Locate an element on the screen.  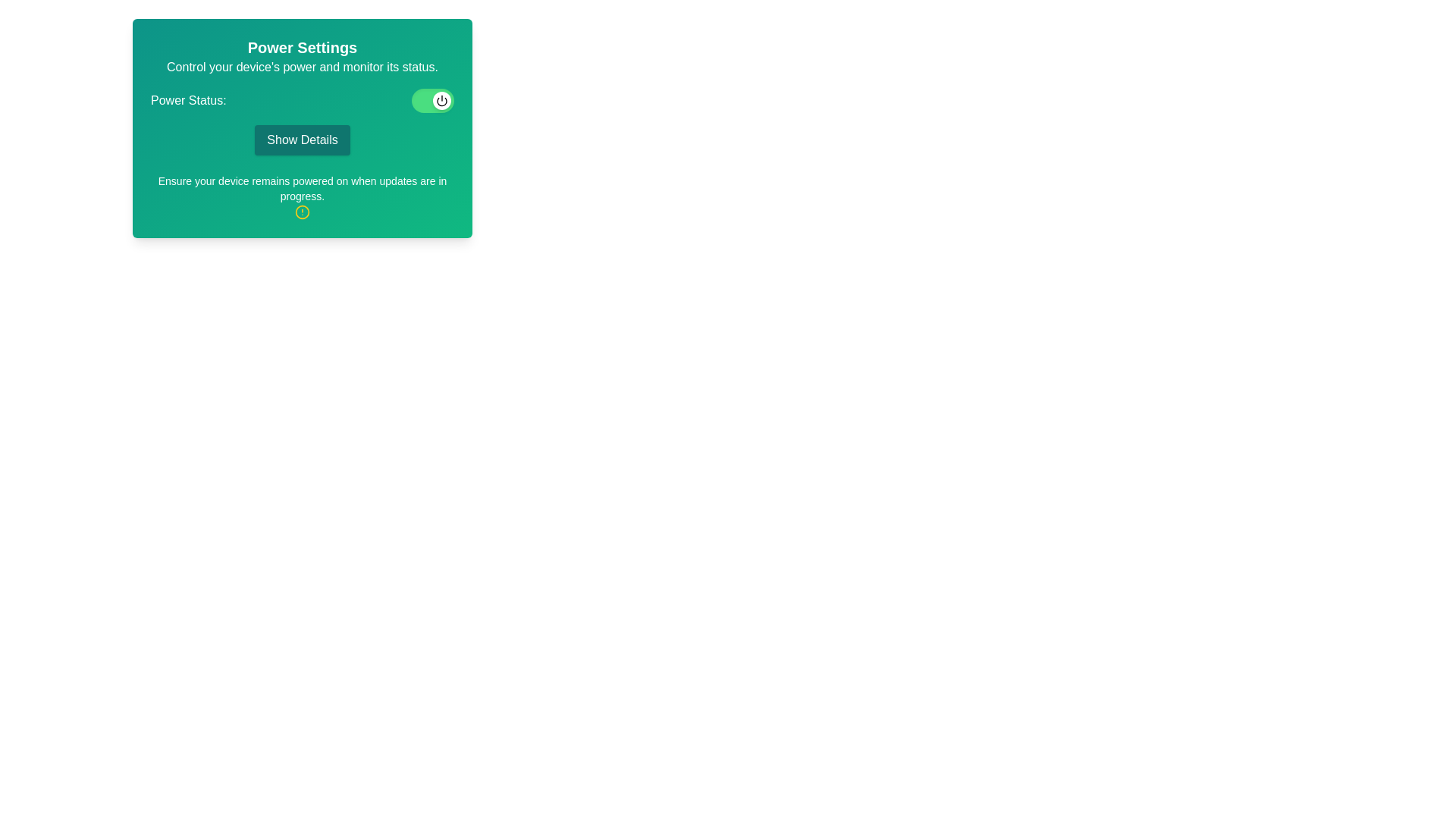
the bold text element labeled 'Power Settings' is located at coordinates (302, 46).